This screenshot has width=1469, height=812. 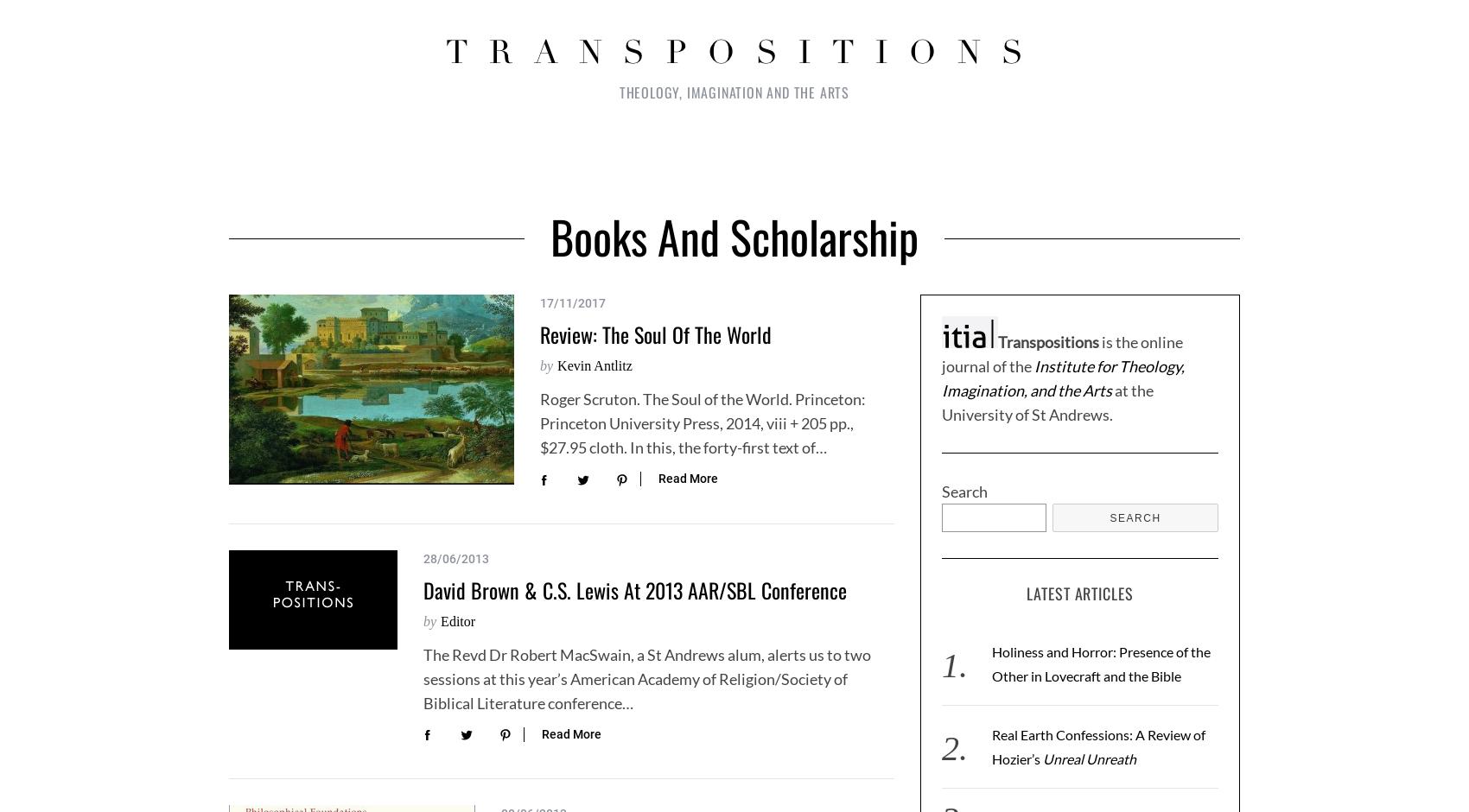 What do you see at coordinates (1097, 745) in the screenshot?
I see `'Real Earth Confessions: A Review of Hozier’s'` at bounding box center [1097, 745].